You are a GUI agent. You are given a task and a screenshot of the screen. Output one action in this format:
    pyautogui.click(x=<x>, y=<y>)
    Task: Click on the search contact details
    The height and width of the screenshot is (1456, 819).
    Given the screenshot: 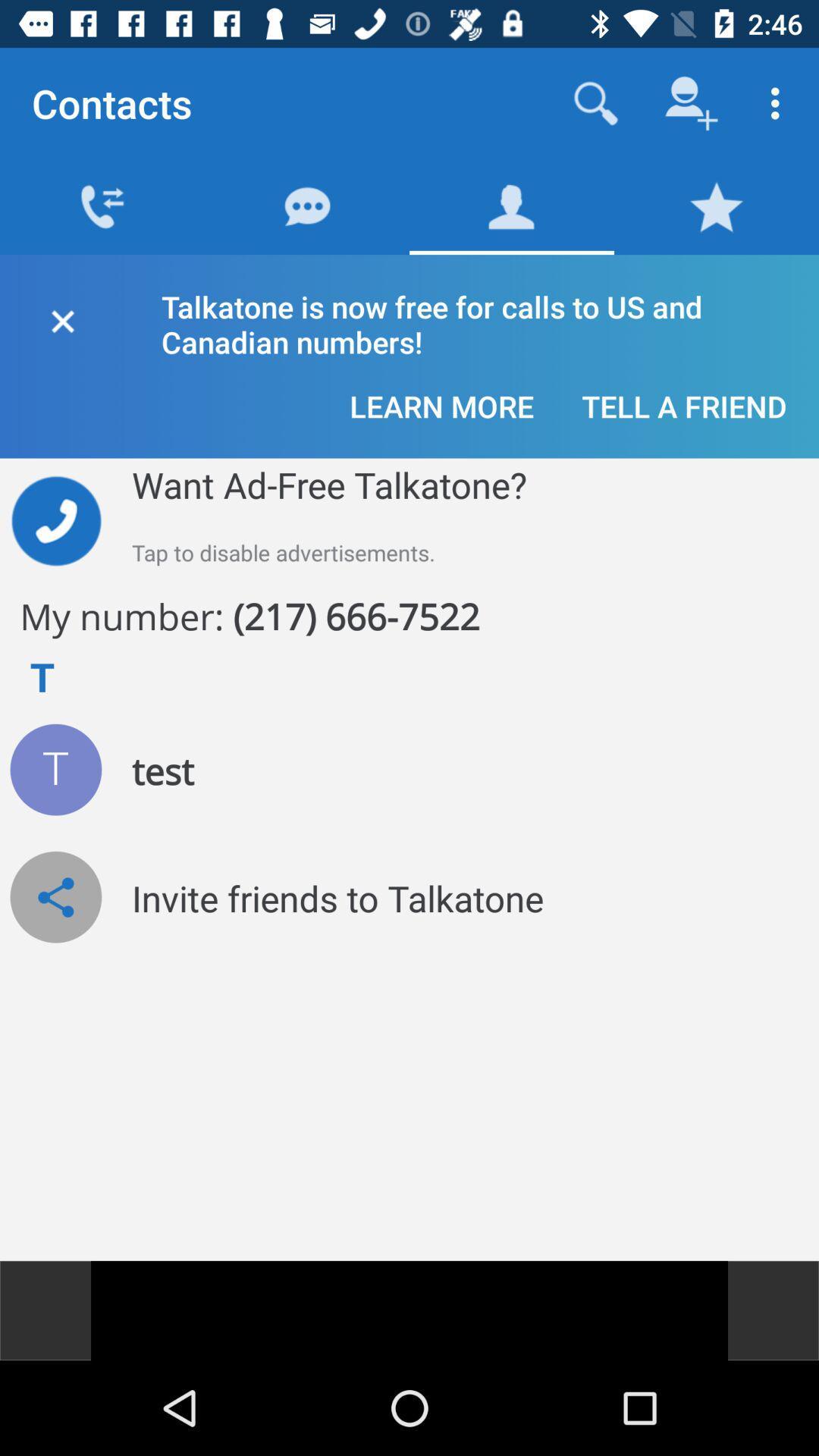 What is the action you would take?
    pyautogui.click(x=595, y=102)
    